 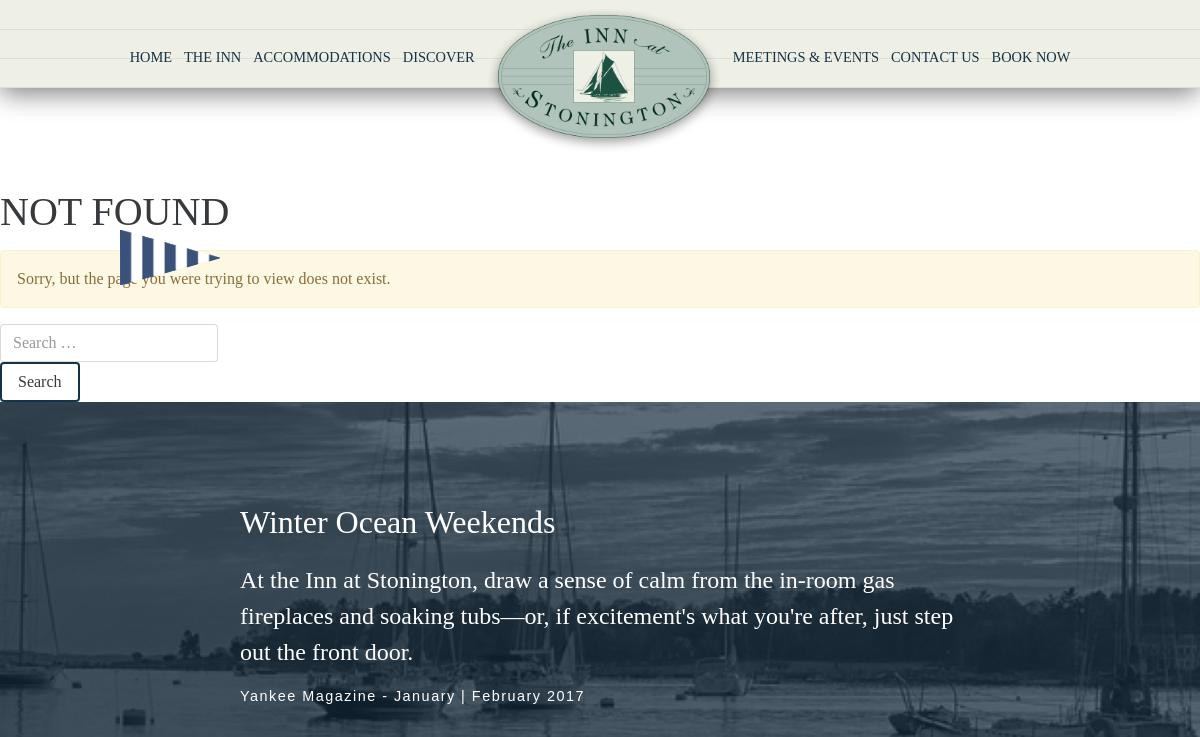 I want to click on 'Not Found', so click(x=114, y=211).